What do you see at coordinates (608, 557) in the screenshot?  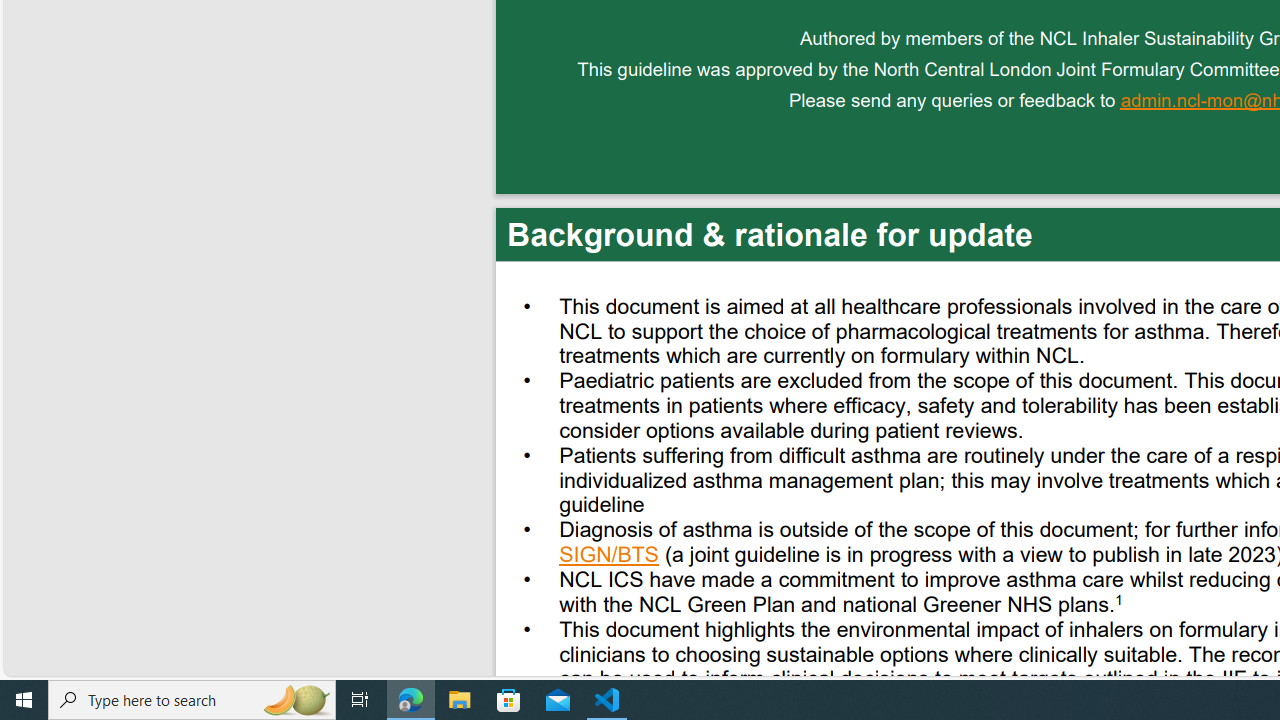 I see `'SIGN/BTS'` at bounding box center [608, 557].